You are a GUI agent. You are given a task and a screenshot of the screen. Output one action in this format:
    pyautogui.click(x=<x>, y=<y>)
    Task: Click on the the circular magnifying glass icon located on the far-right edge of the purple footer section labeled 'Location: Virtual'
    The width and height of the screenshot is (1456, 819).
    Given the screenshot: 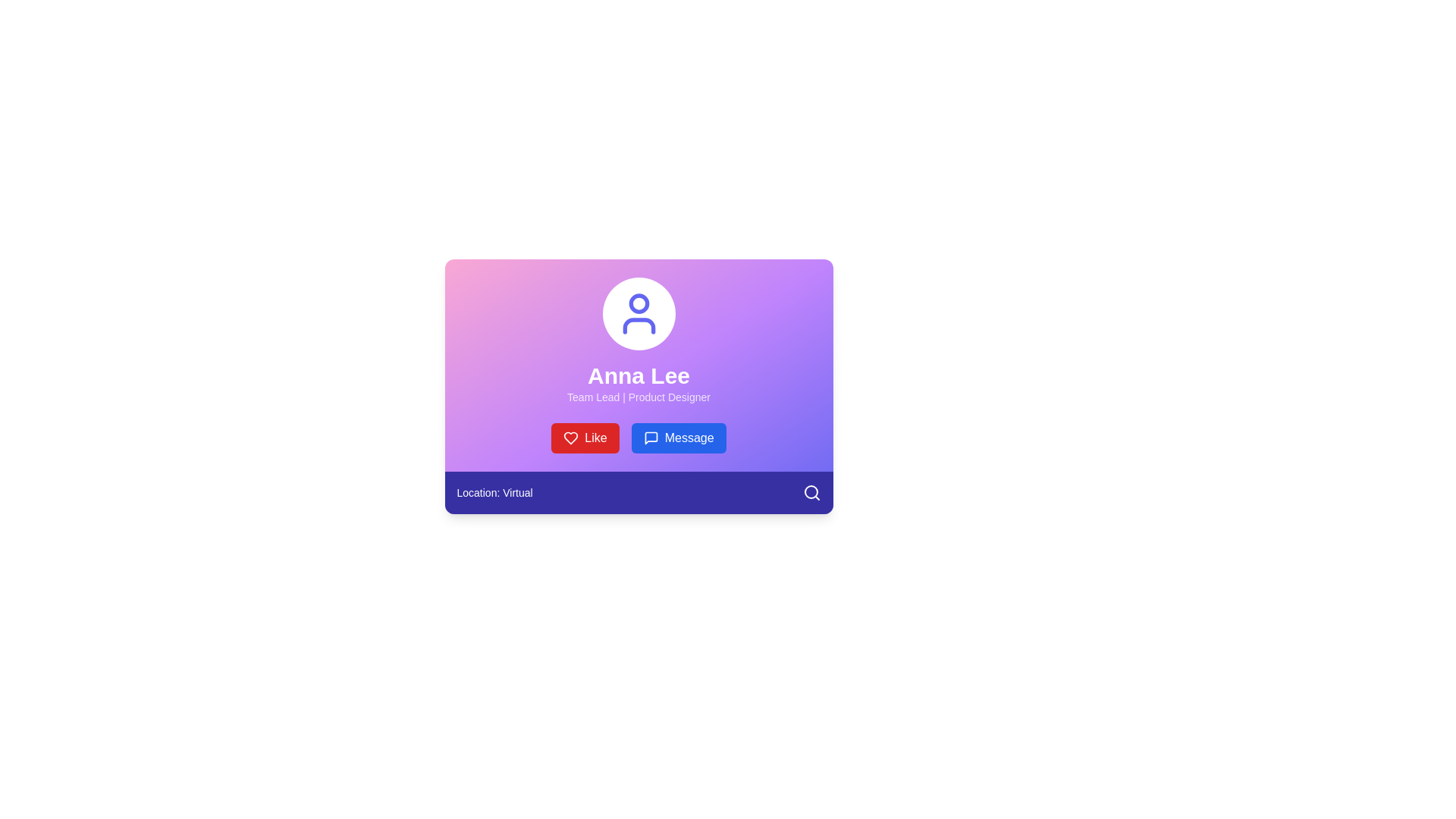 What is the action you would take?
    pyautogui.click(x=811, y=493)
    